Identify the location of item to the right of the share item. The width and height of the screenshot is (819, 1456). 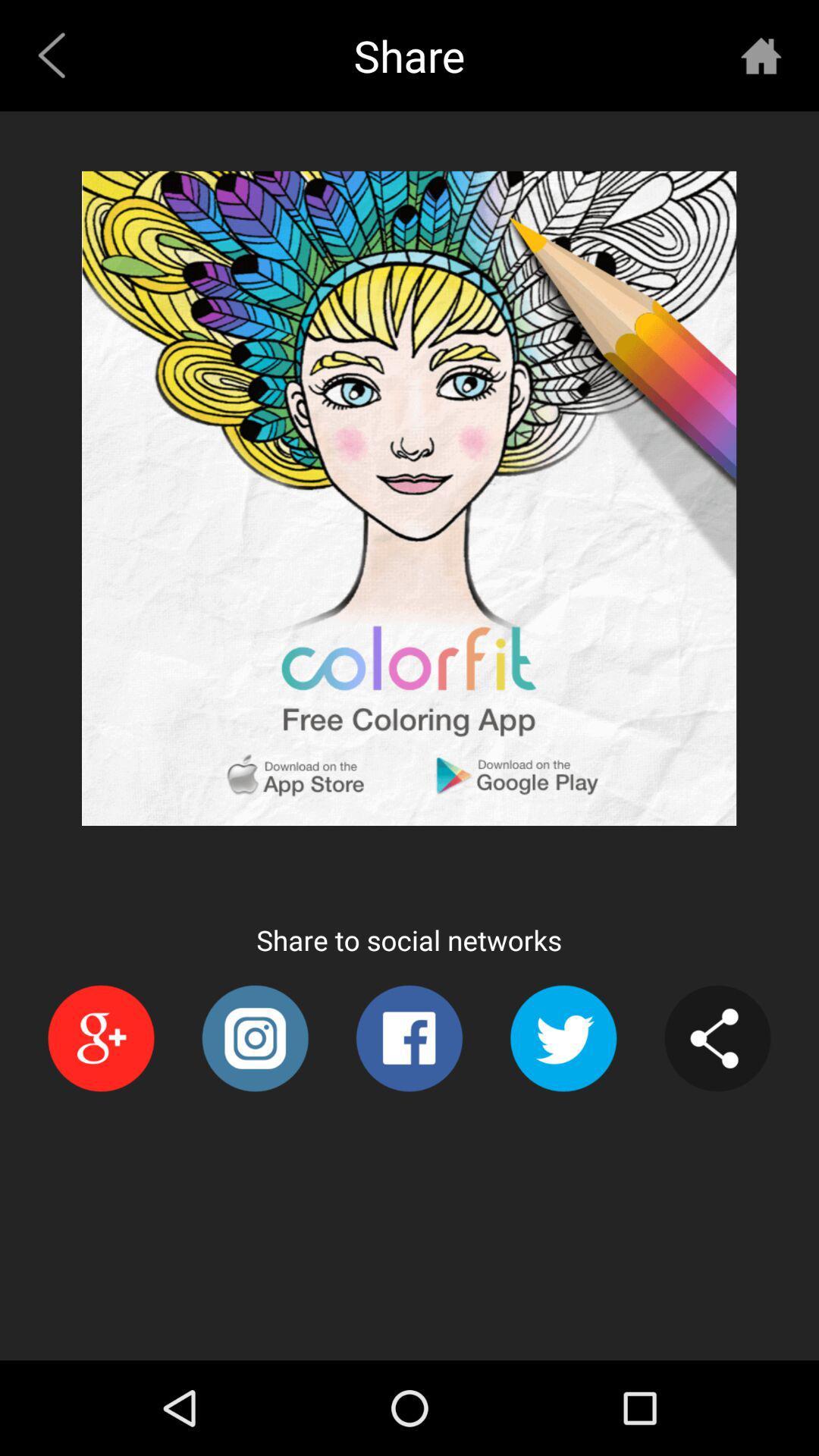
(761, 55).